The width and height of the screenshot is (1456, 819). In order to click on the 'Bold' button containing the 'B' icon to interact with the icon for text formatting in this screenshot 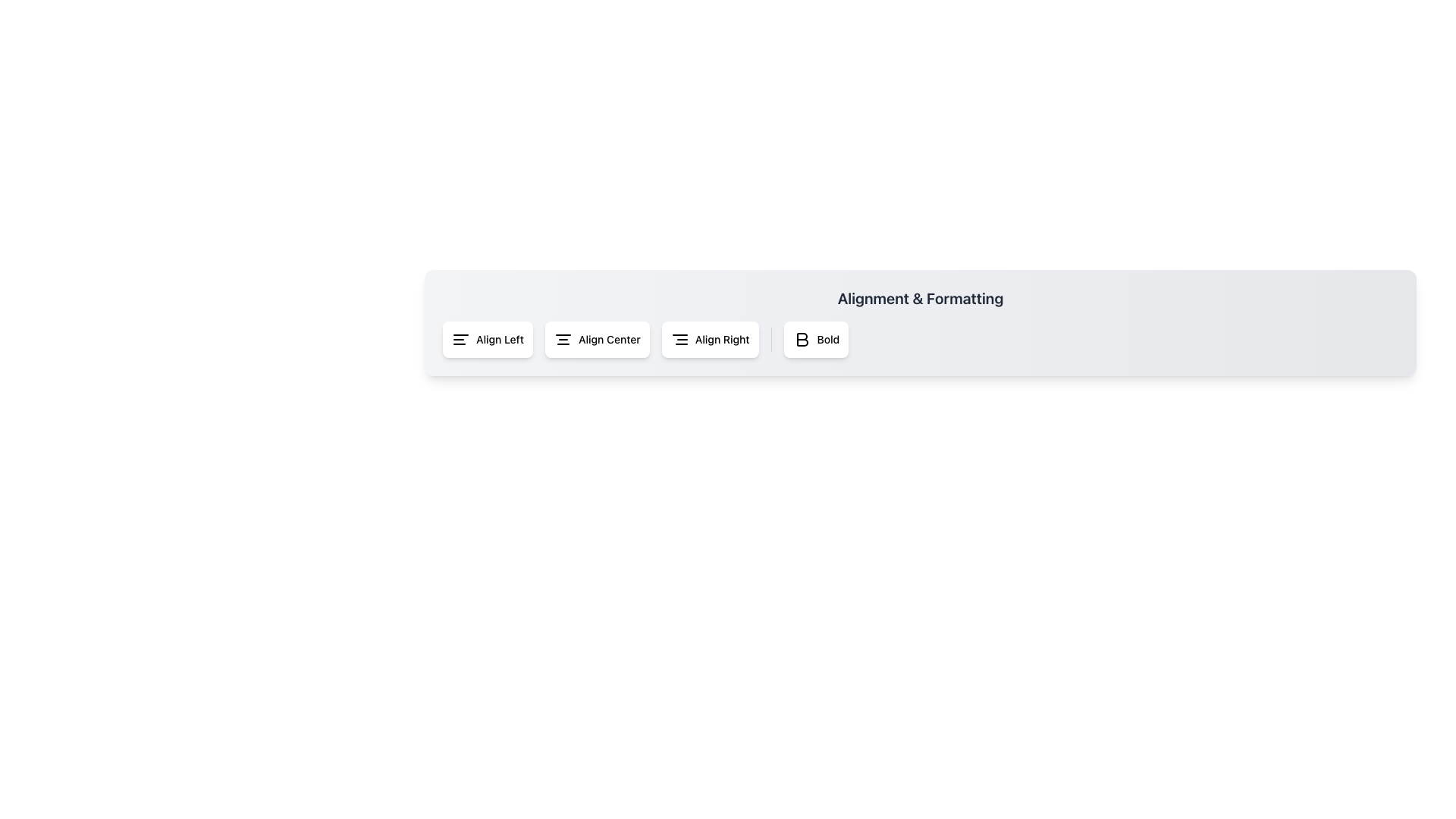, I will do `click(801, 338)`.